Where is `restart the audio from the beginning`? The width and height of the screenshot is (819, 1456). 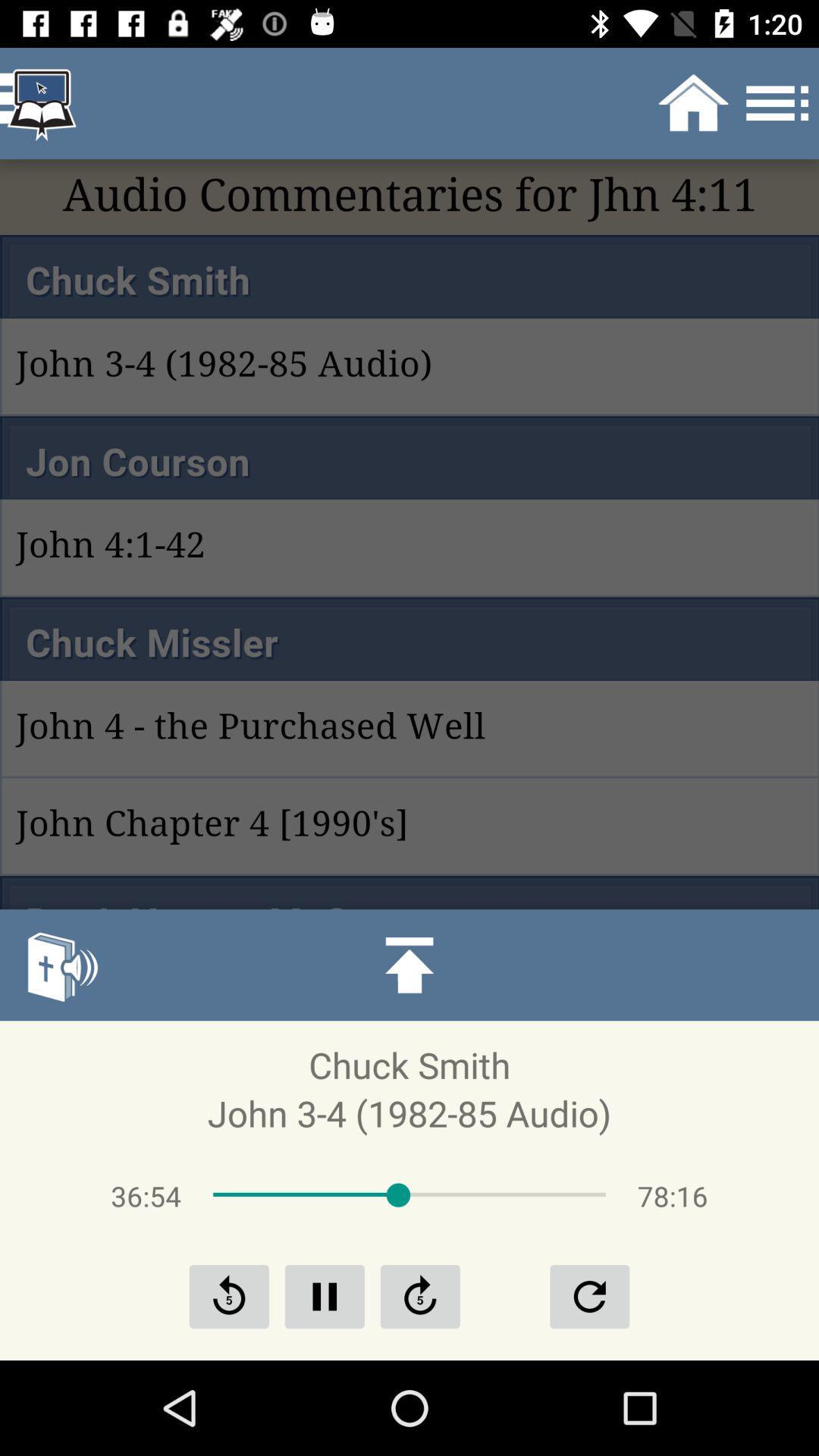 restart the audio from the beginning is located at coordinates (588, 1295).